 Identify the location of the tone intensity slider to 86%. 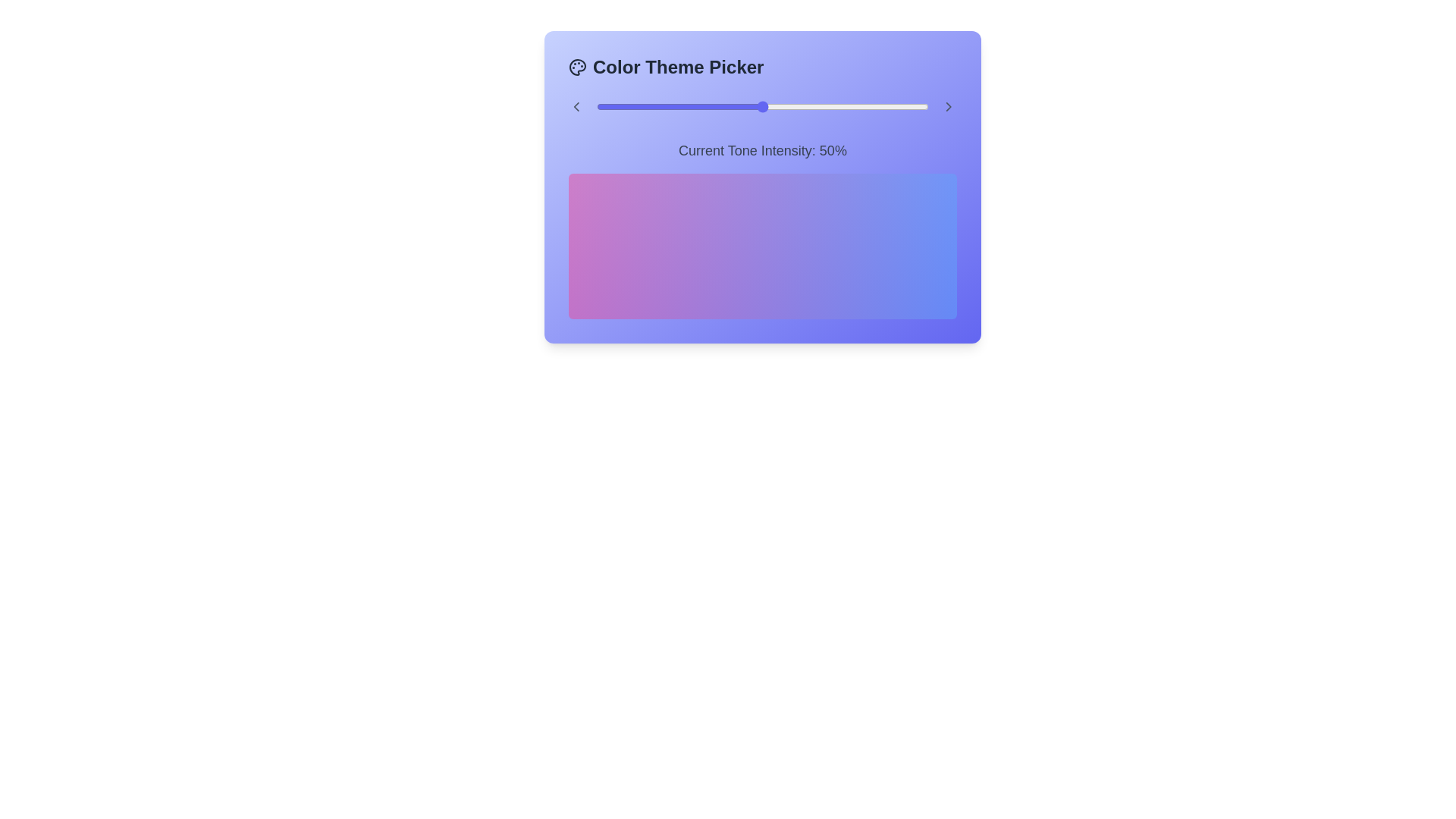
(882, 106).